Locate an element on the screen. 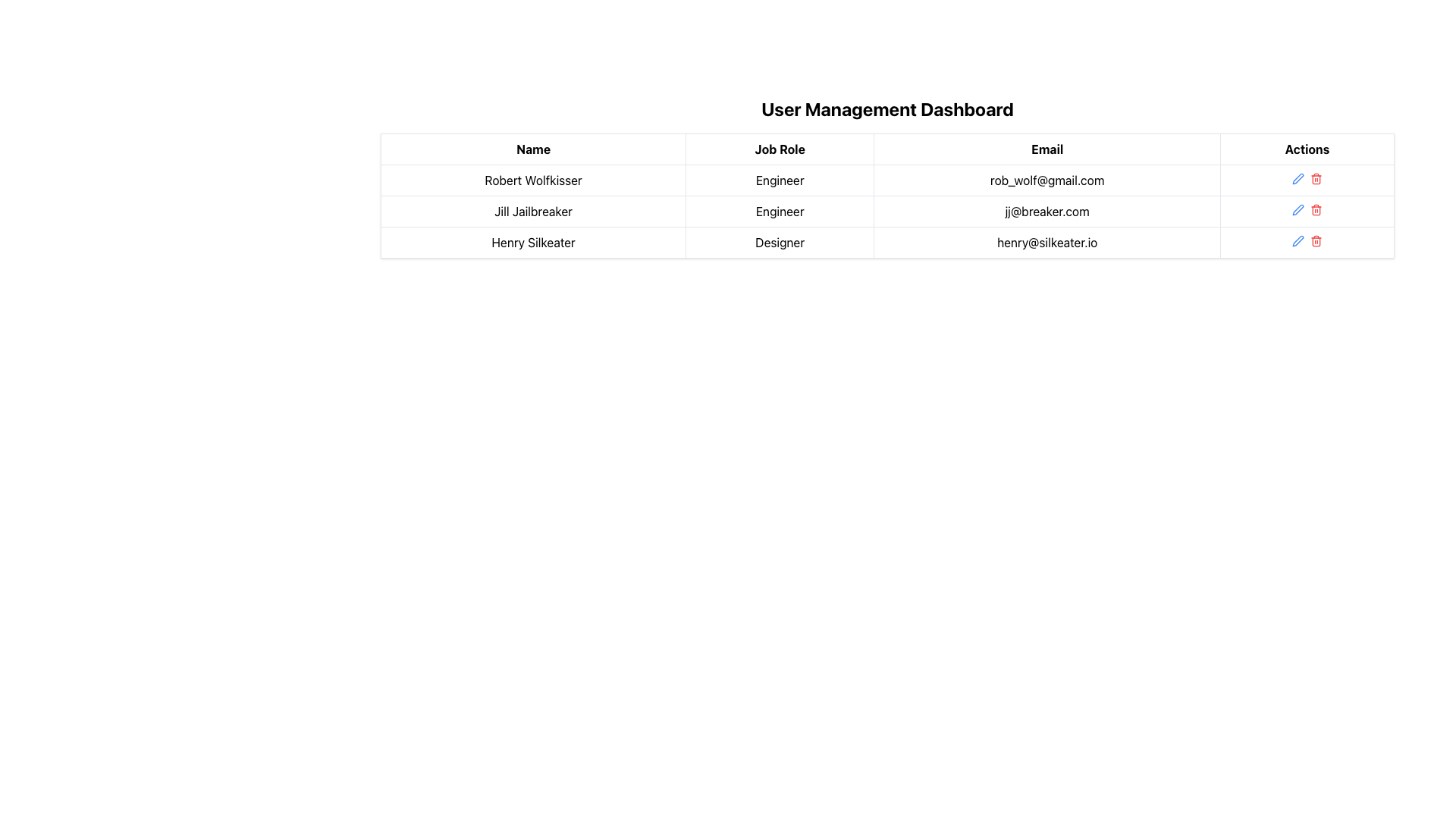 This screenshot has width=1456, height=819. the first row of the table displaying user information is located at coordinates (887, 180).